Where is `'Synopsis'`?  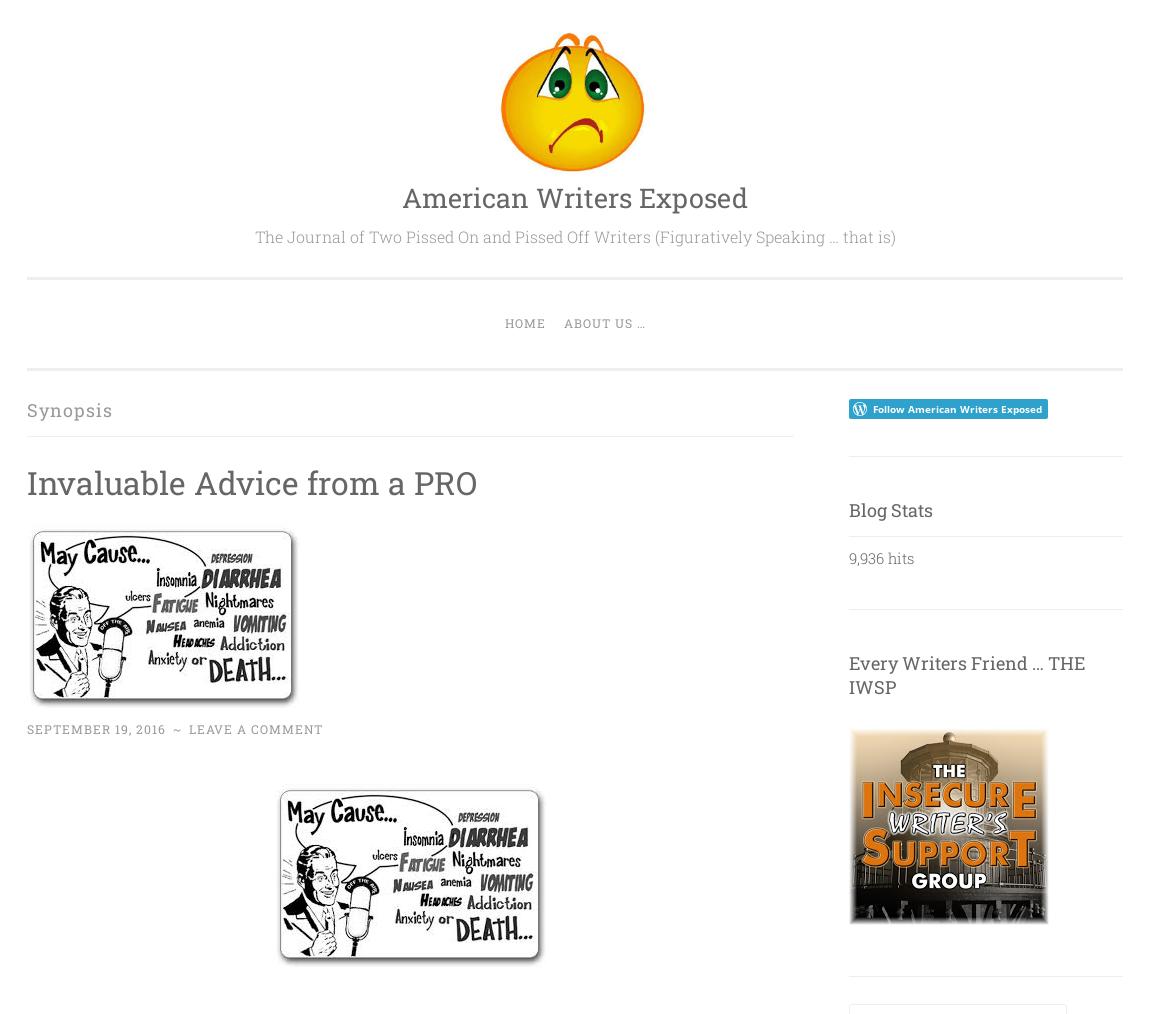 'Synopsis' is located at coordinates (69, 408).